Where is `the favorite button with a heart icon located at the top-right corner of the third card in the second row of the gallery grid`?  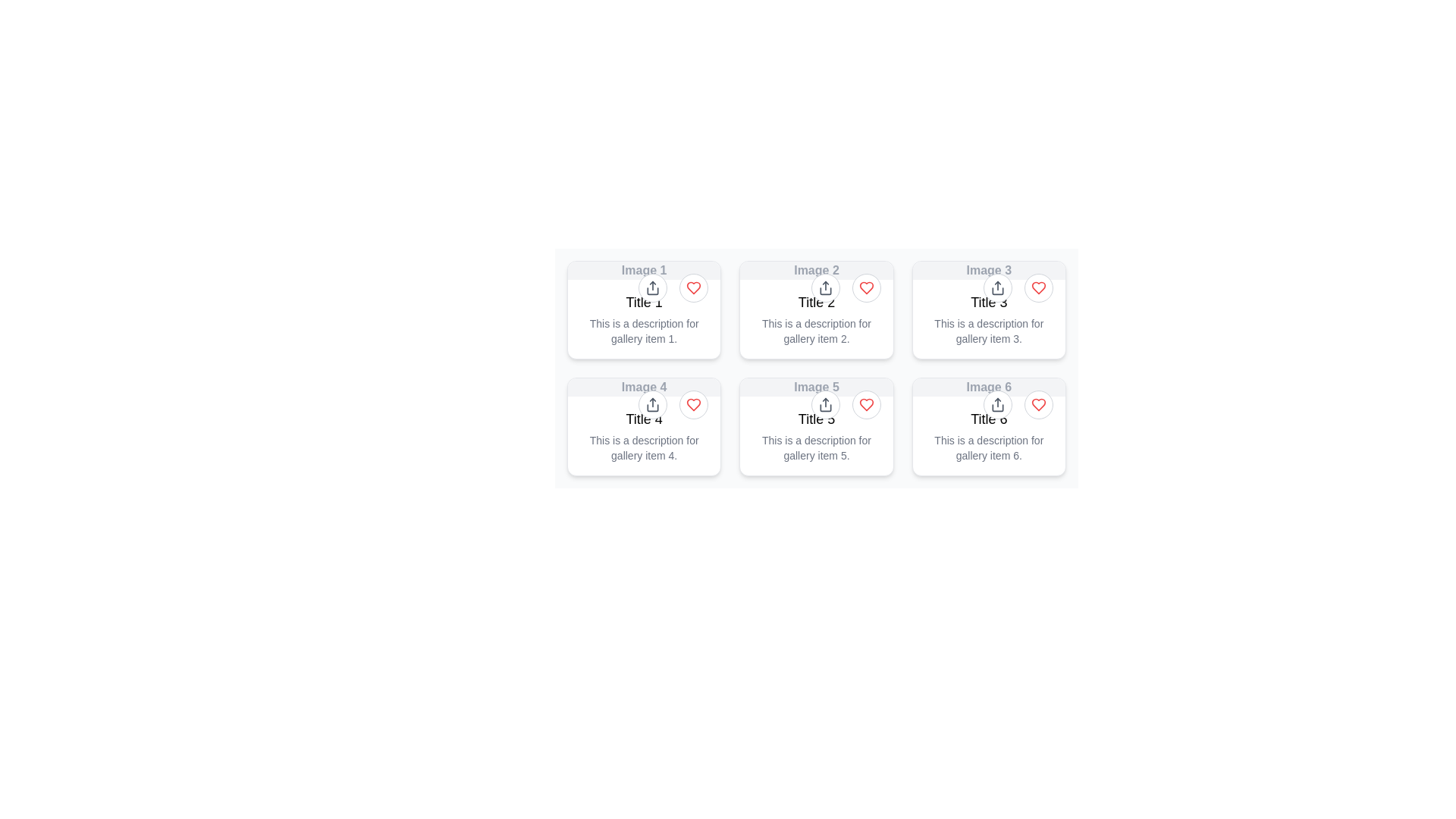 the favorite button with a heart icon located at the top-right corner of the third card in the second row of the gallery grid is located at coordinates (1037, 403).